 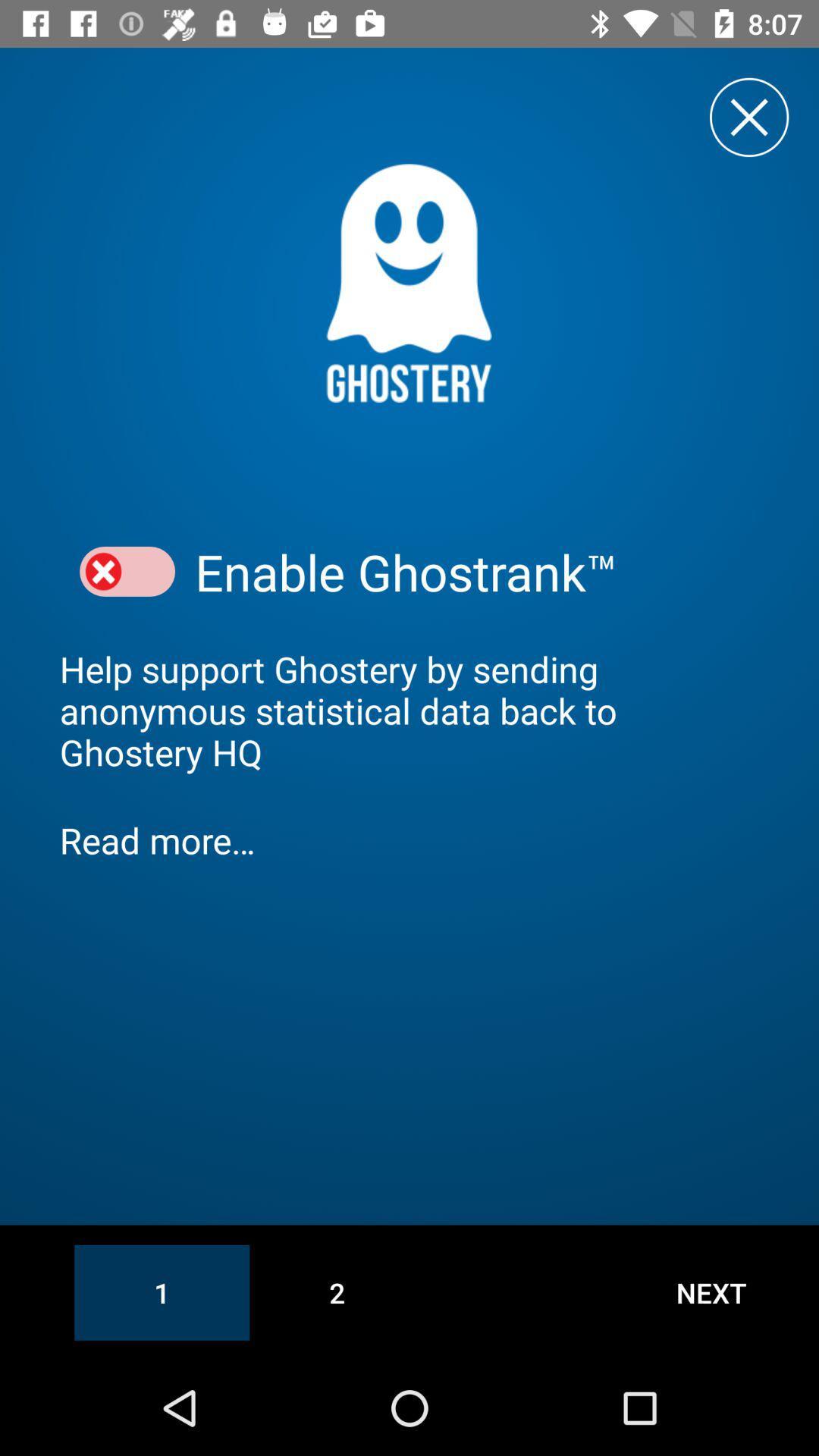 I want to click on the item above 1, so click(x=409, y=839).